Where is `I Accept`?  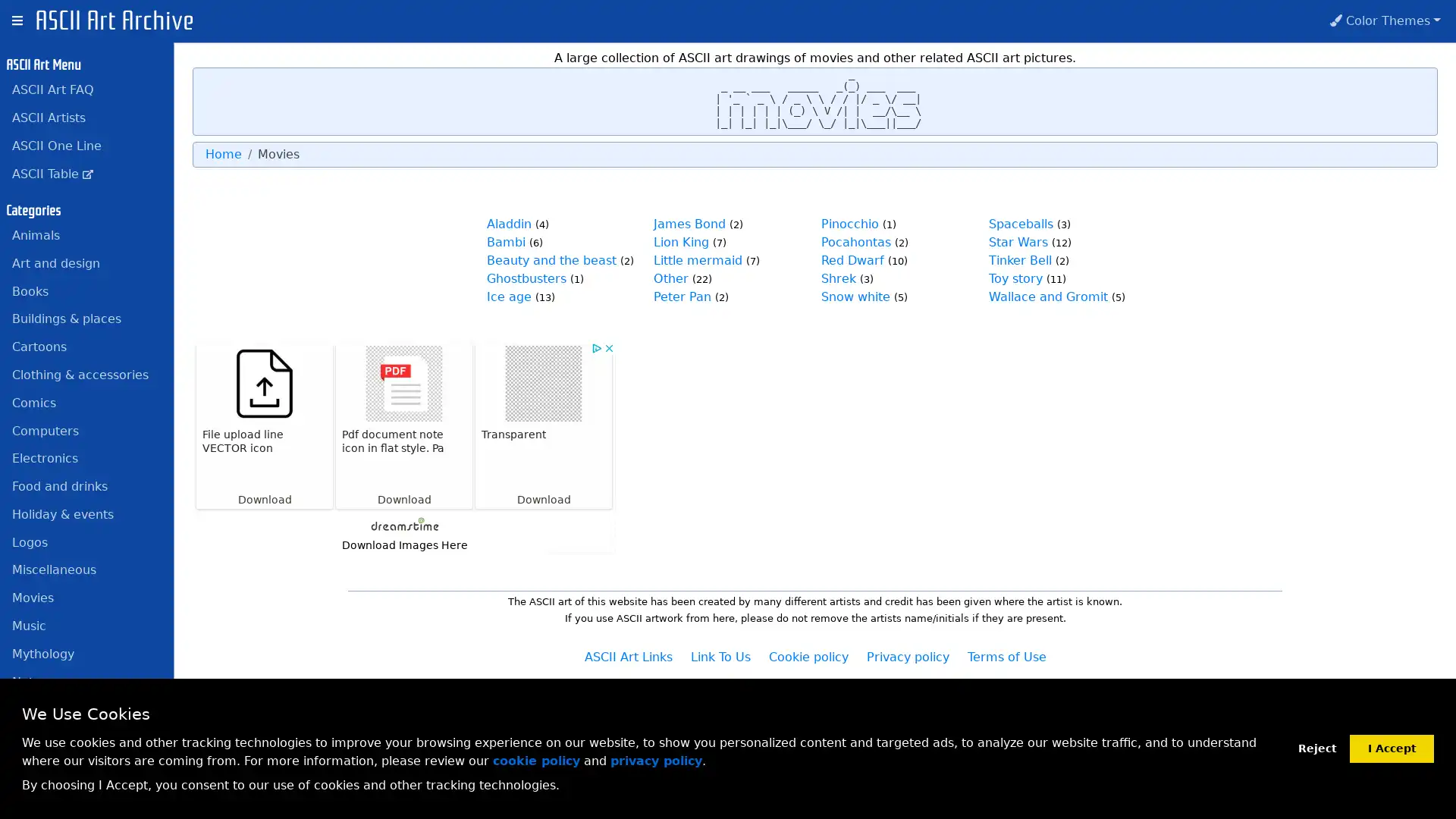
I Accept is located at coordinates (1392, 747).